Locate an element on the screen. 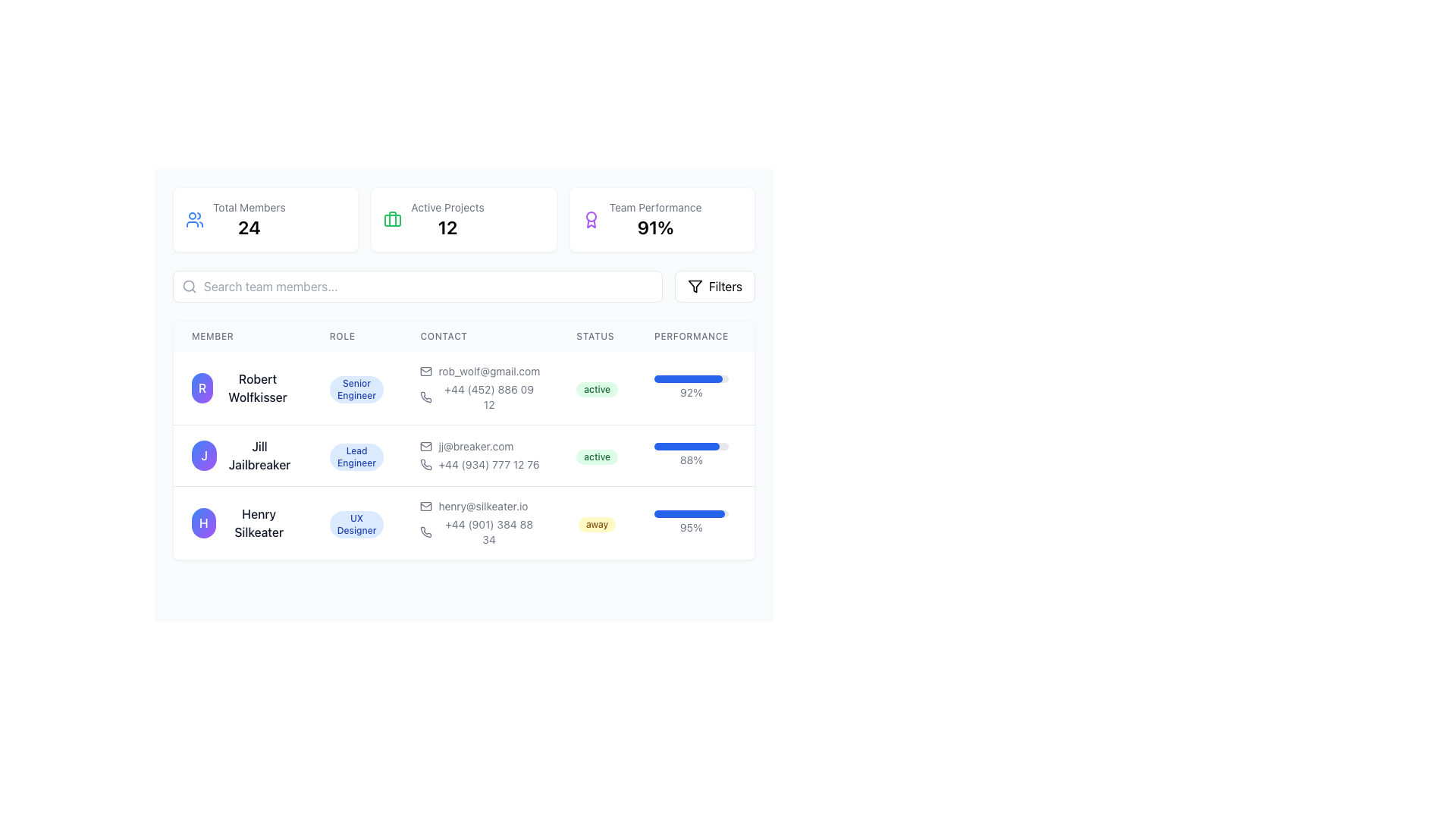 This screenshot has width=1456, height=819. the static text element displaying the number '24', which is presented in bold, large font and is centrally aligned below the label 'Total Members' is located at coordinates (249, 227).